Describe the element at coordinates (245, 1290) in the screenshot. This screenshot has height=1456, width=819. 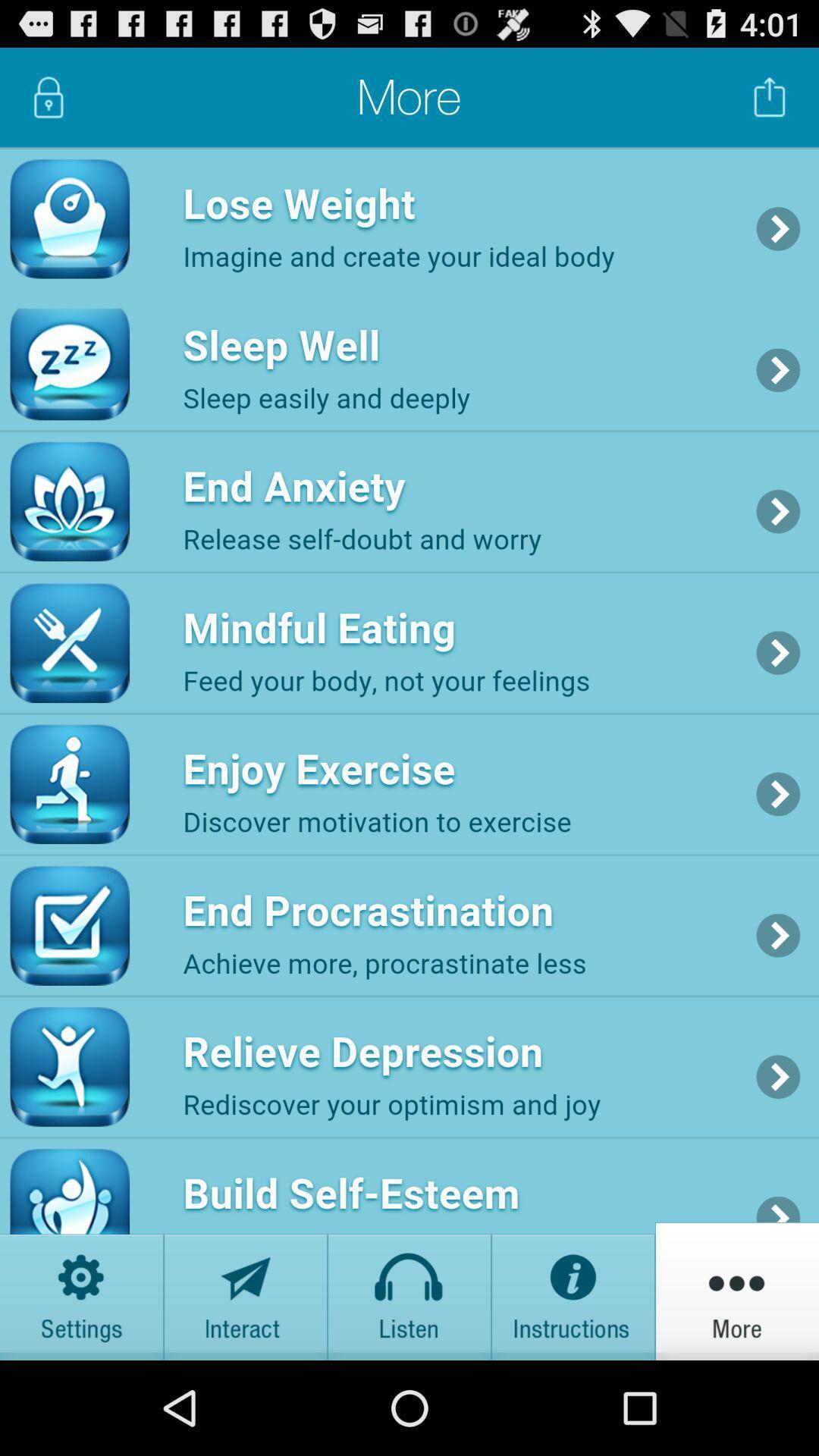
I see `interact option` at that location.